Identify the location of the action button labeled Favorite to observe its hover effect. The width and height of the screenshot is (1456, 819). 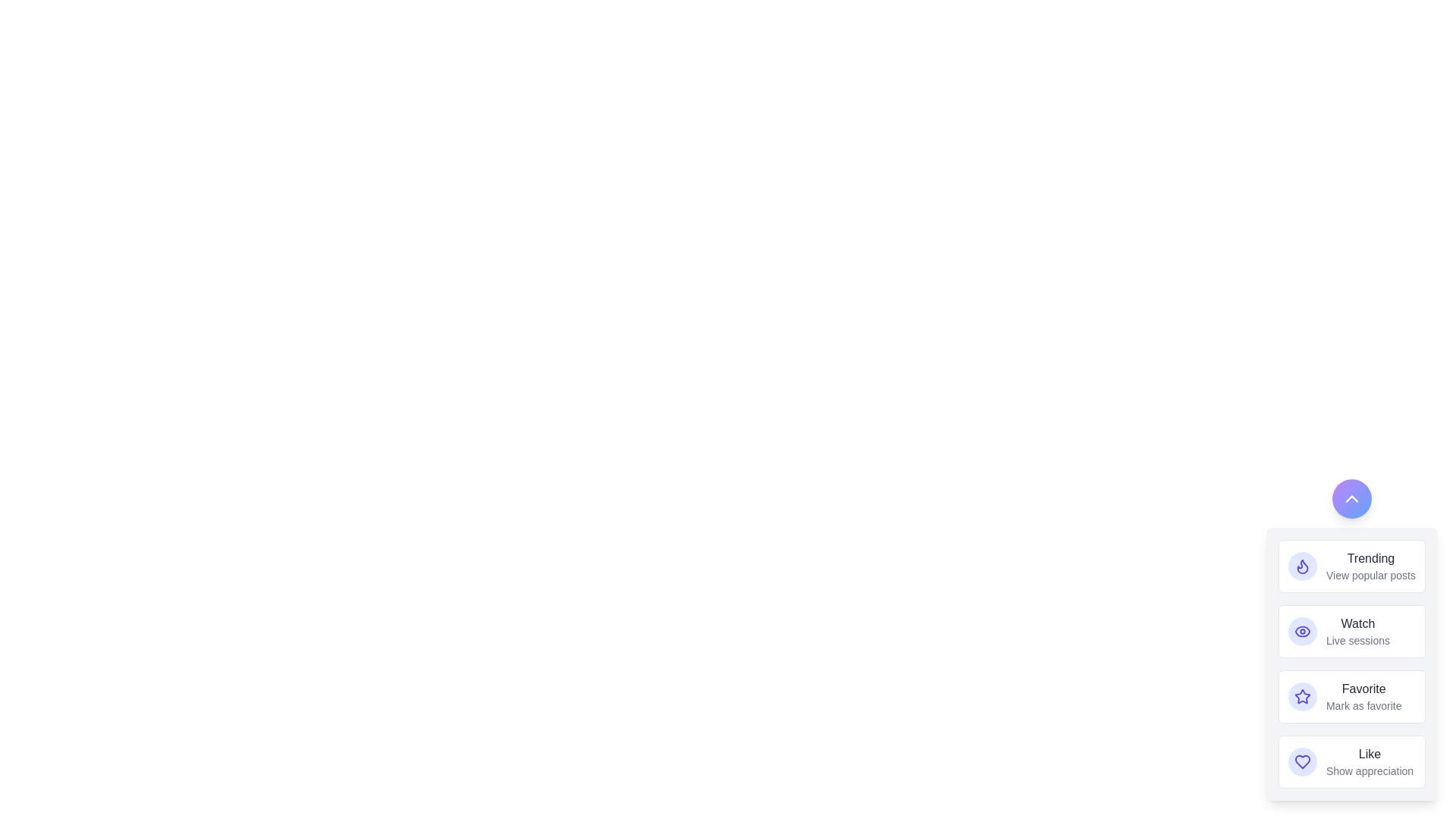
(1302, 696).